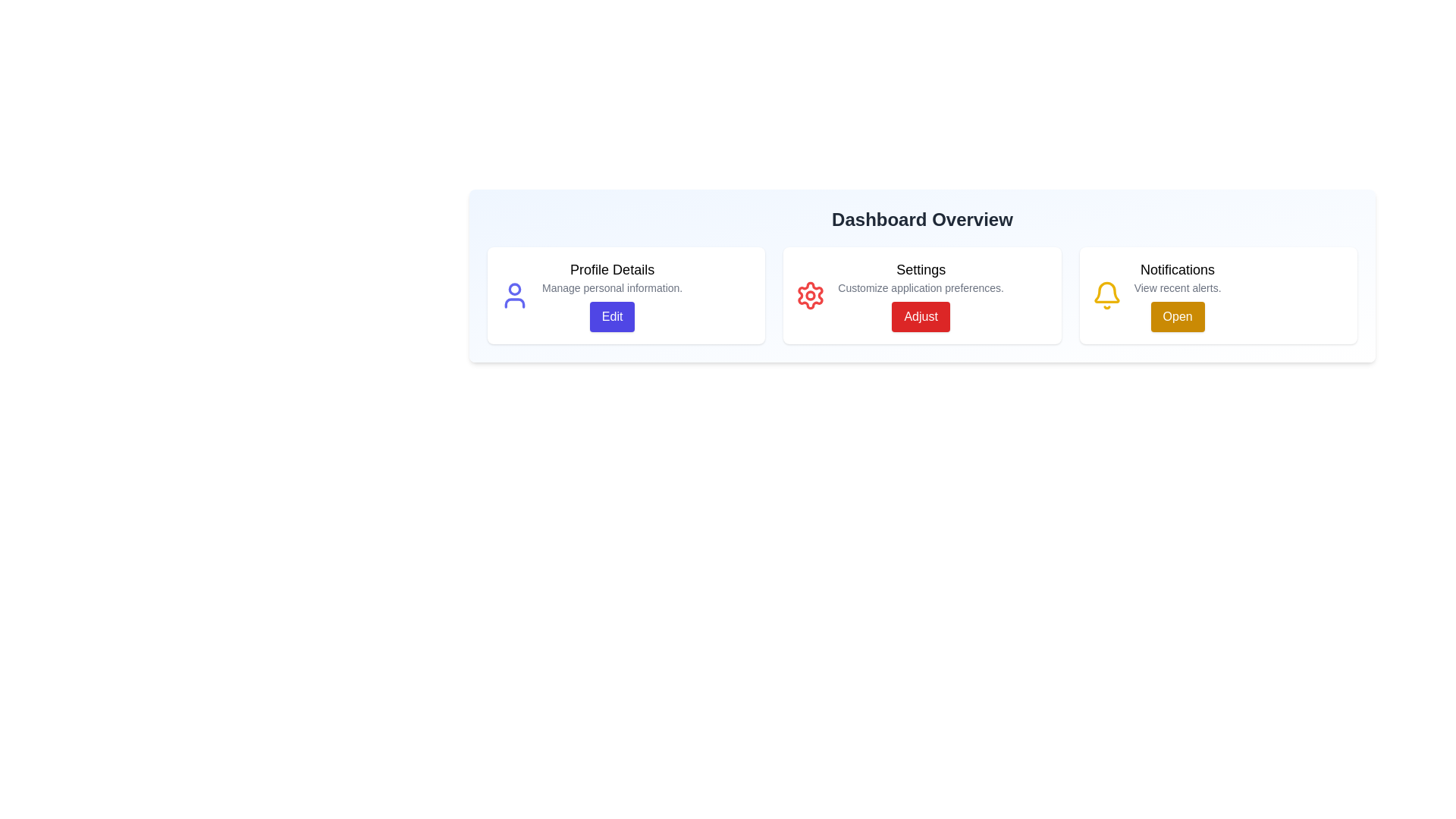 This screenshot has width=1456, height=819. What do you see at coordinates (612, 288) in the screenshot?
I see `static text that says 'Manage personal information.' positioned beneath the 'Profile Details' heading and above the 'Edit' button in the leftmost card` at bounding box center [612, 288].